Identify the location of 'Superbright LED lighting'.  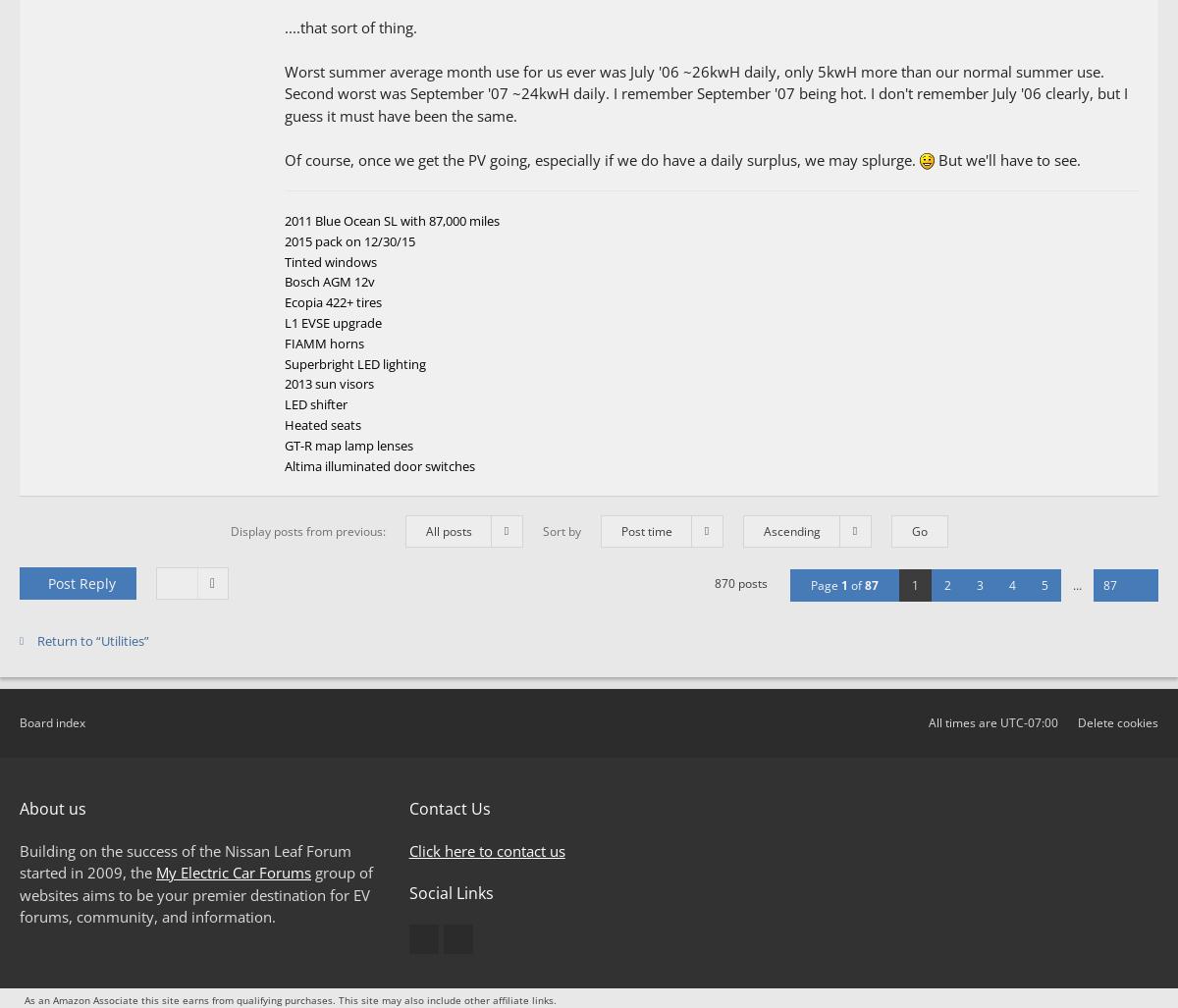
(355, 363).